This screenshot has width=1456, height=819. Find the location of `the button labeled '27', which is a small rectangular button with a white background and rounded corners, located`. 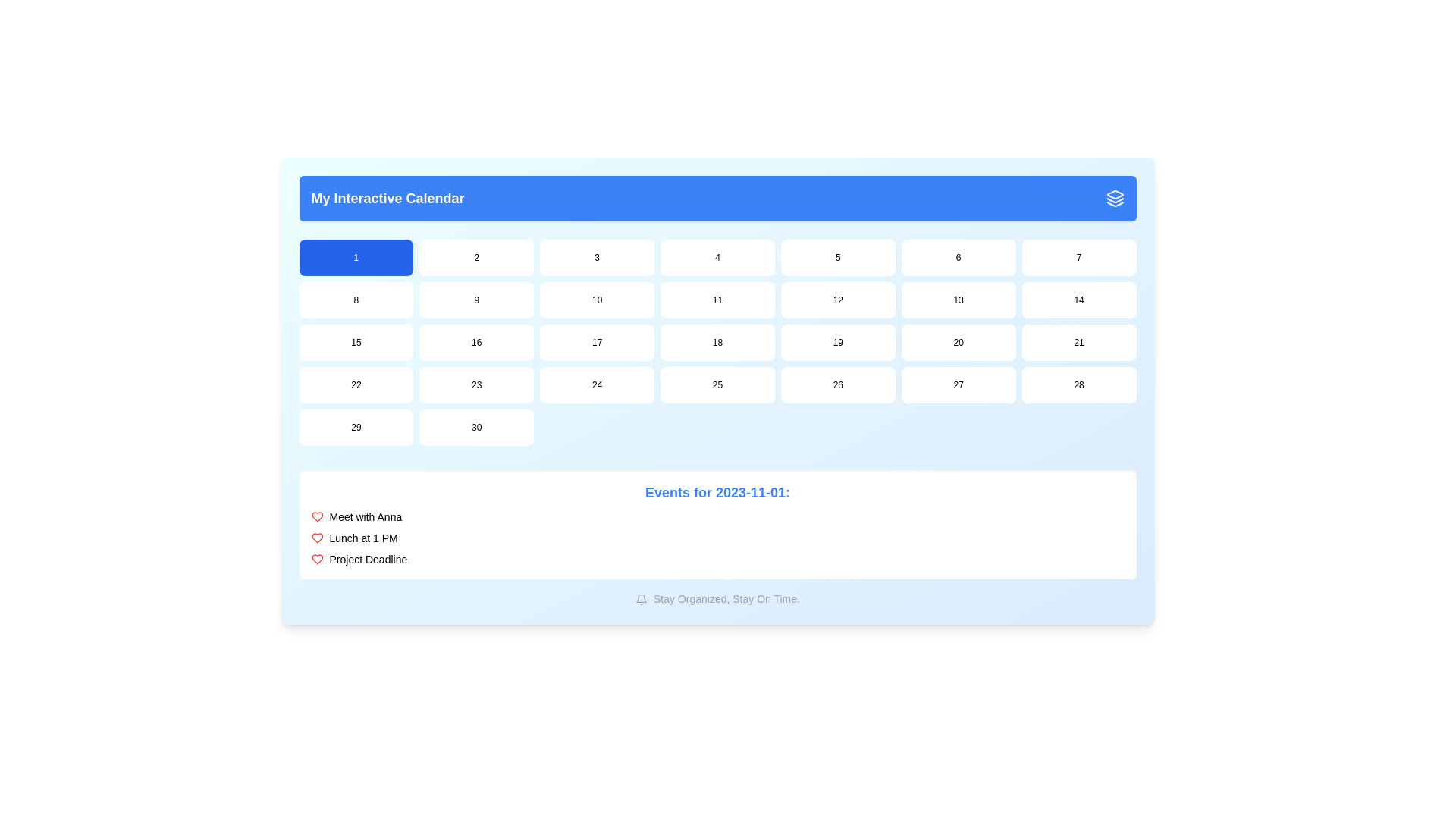

the button labeled '27', which is a small rectangular button with a white background and rounded corners, located is located at coordinates (958, 384).